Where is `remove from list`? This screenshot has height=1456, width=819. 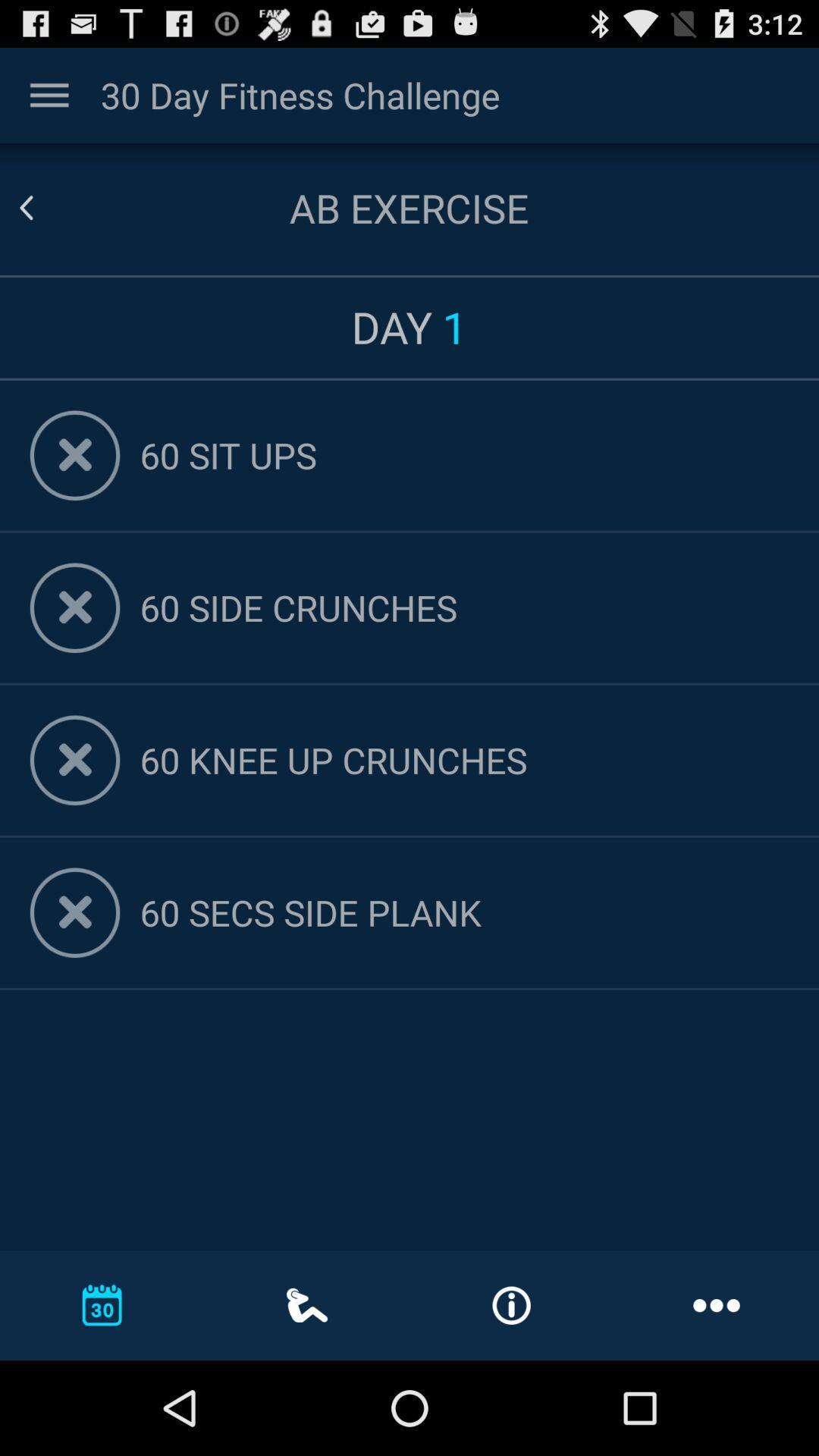
remove from list is located at coordinates (75, 454).